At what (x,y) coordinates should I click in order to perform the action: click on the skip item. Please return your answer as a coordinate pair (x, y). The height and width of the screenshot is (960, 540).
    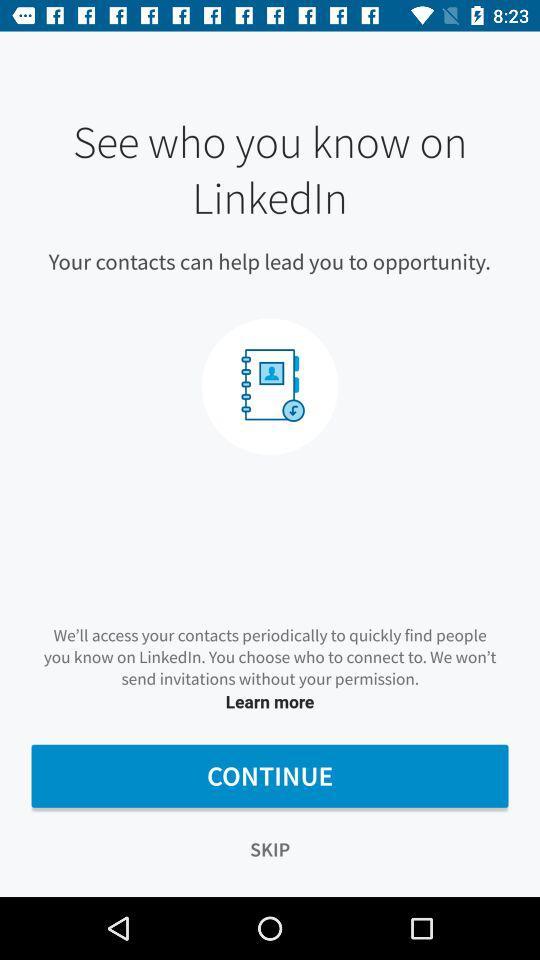
    Looking at the image, I should click on (270, 848).